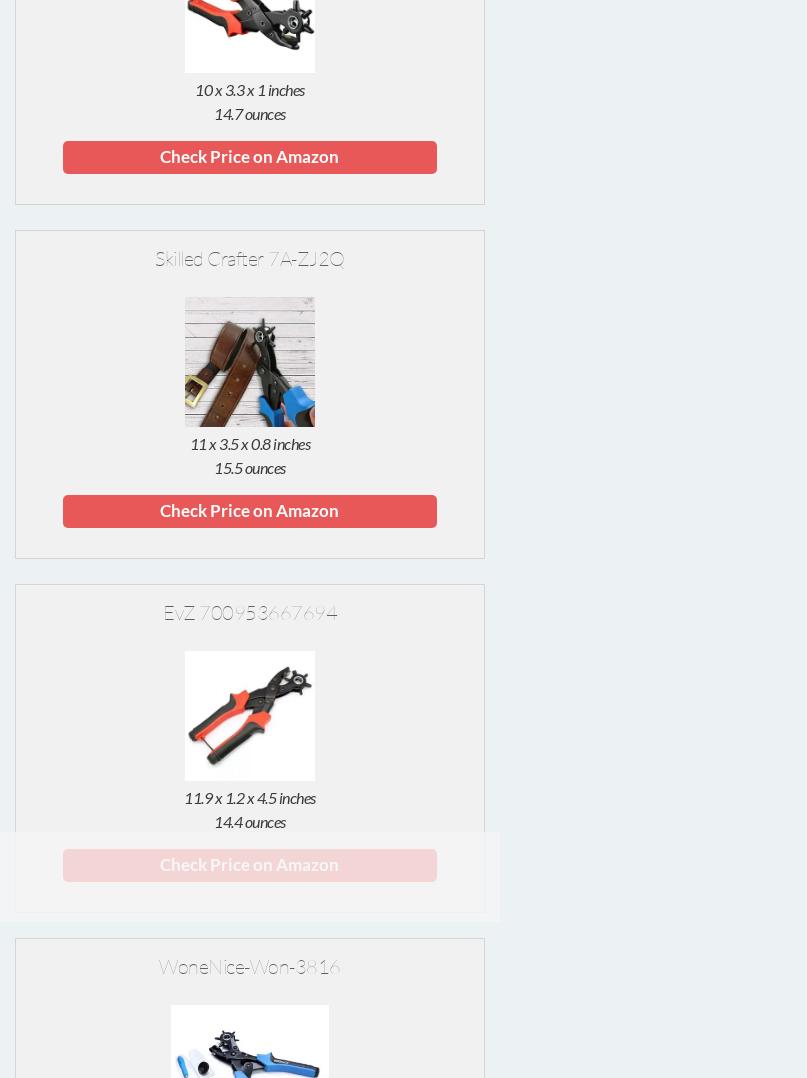  Describe the element at coordinates (248, 112) in the screenshot. I see `'14.7 ounces'` at that location.